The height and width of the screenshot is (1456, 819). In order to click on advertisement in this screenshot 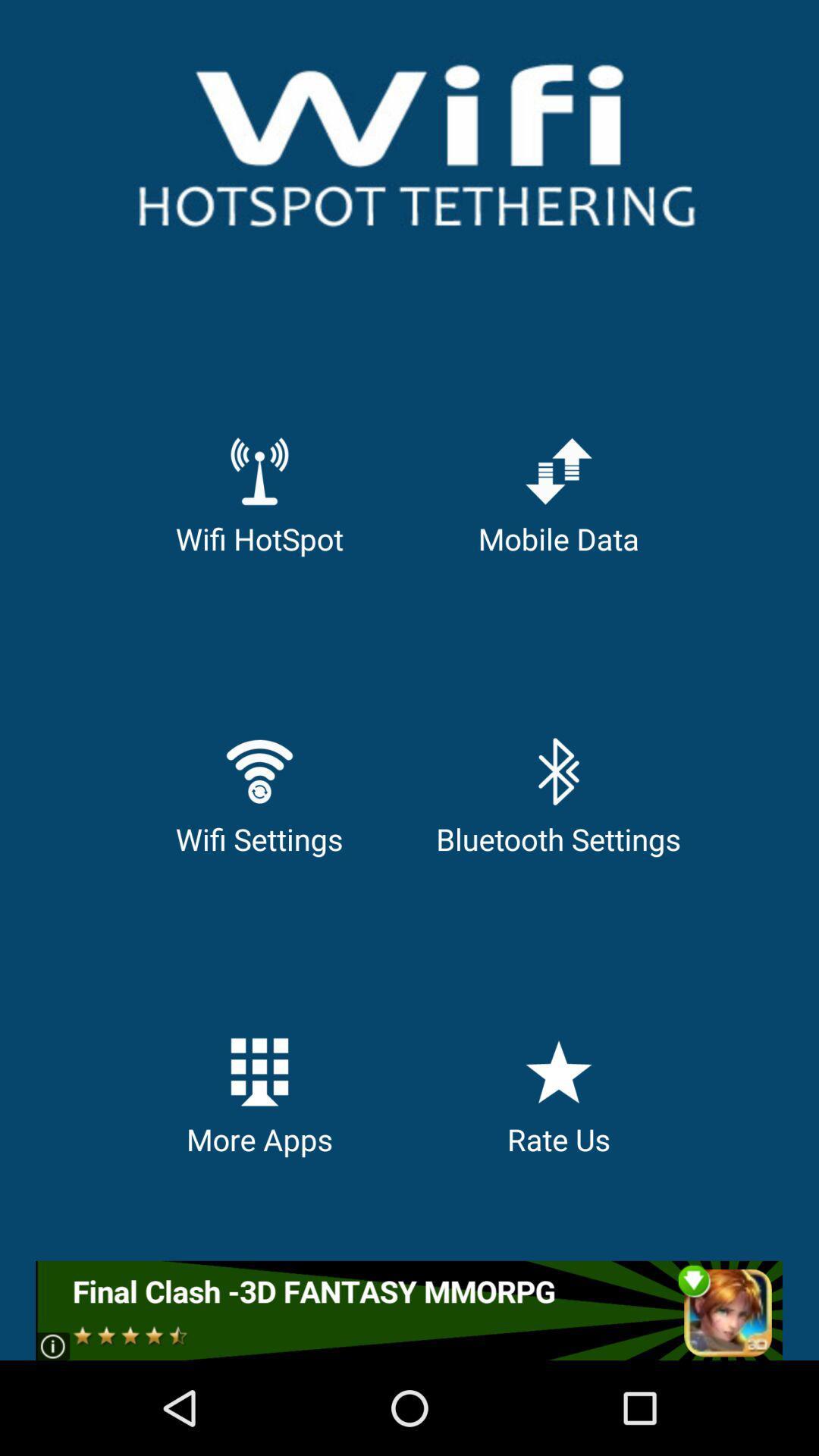, I will do `click(408, 1310)`.